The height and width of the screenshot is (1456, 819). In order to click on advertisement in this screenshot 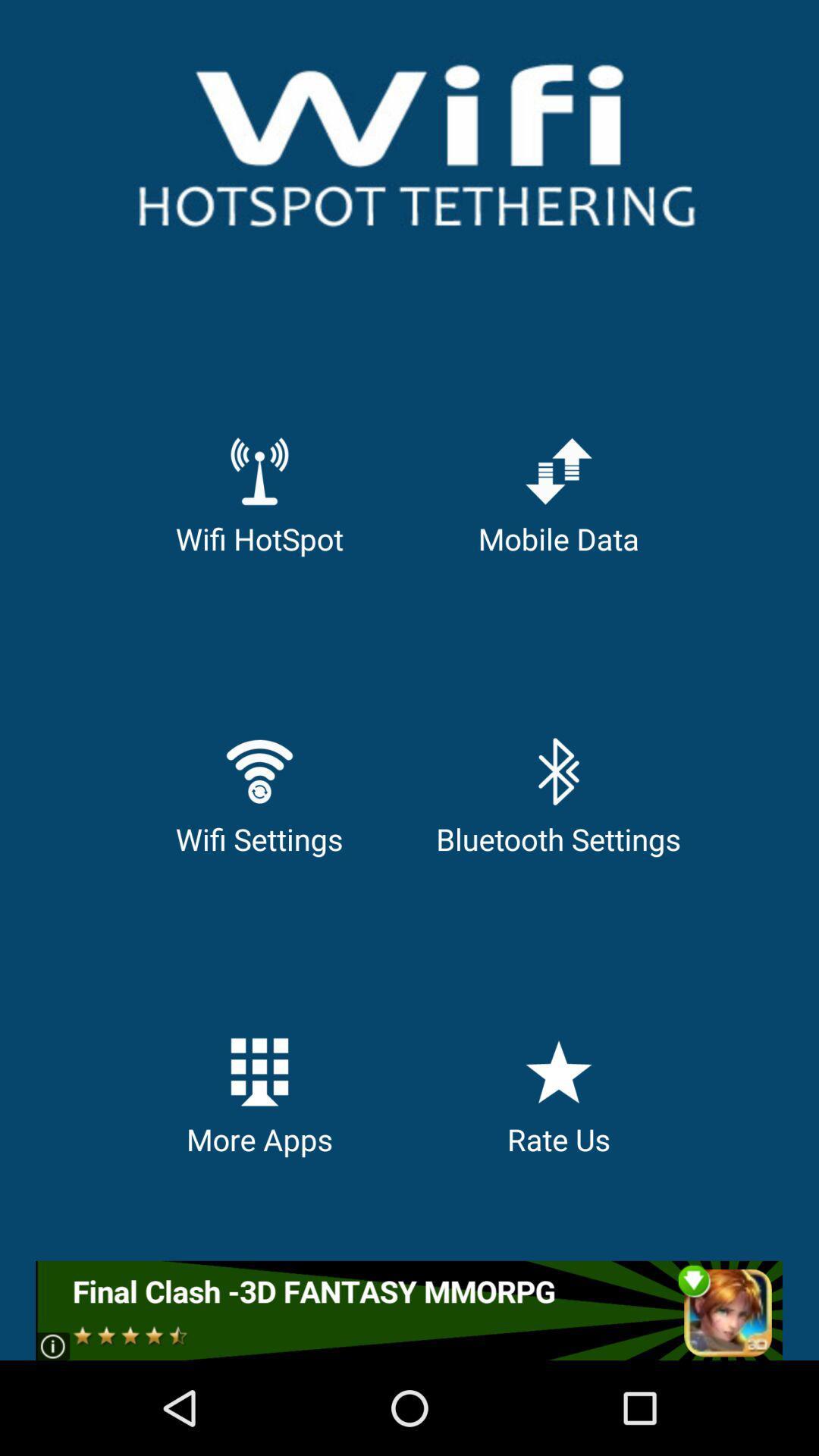, I will do `click(408, 1310)`.